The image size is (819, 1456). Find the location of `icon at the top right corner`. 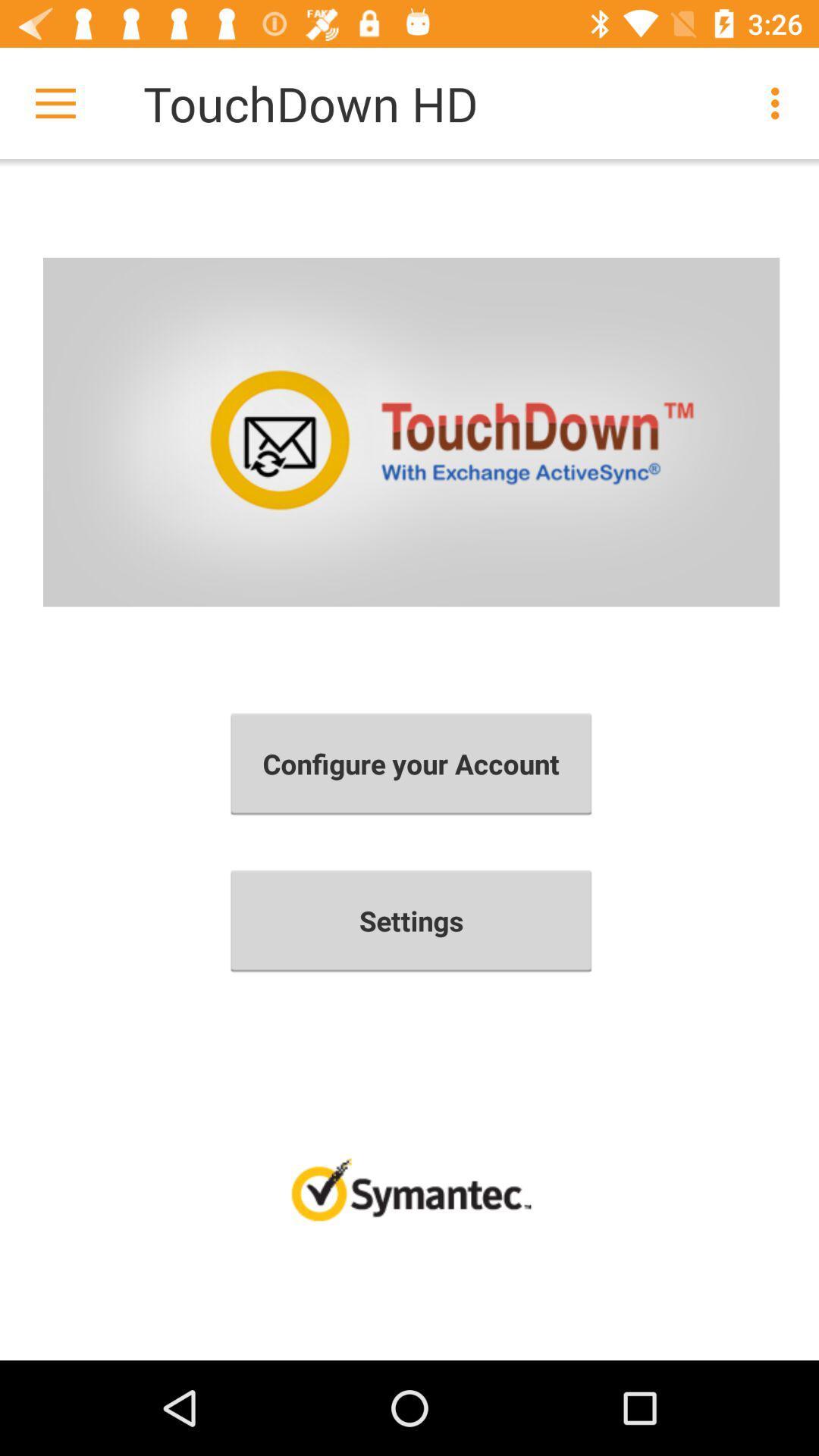

icon at the top right corner is located at coordinates (779, 102).